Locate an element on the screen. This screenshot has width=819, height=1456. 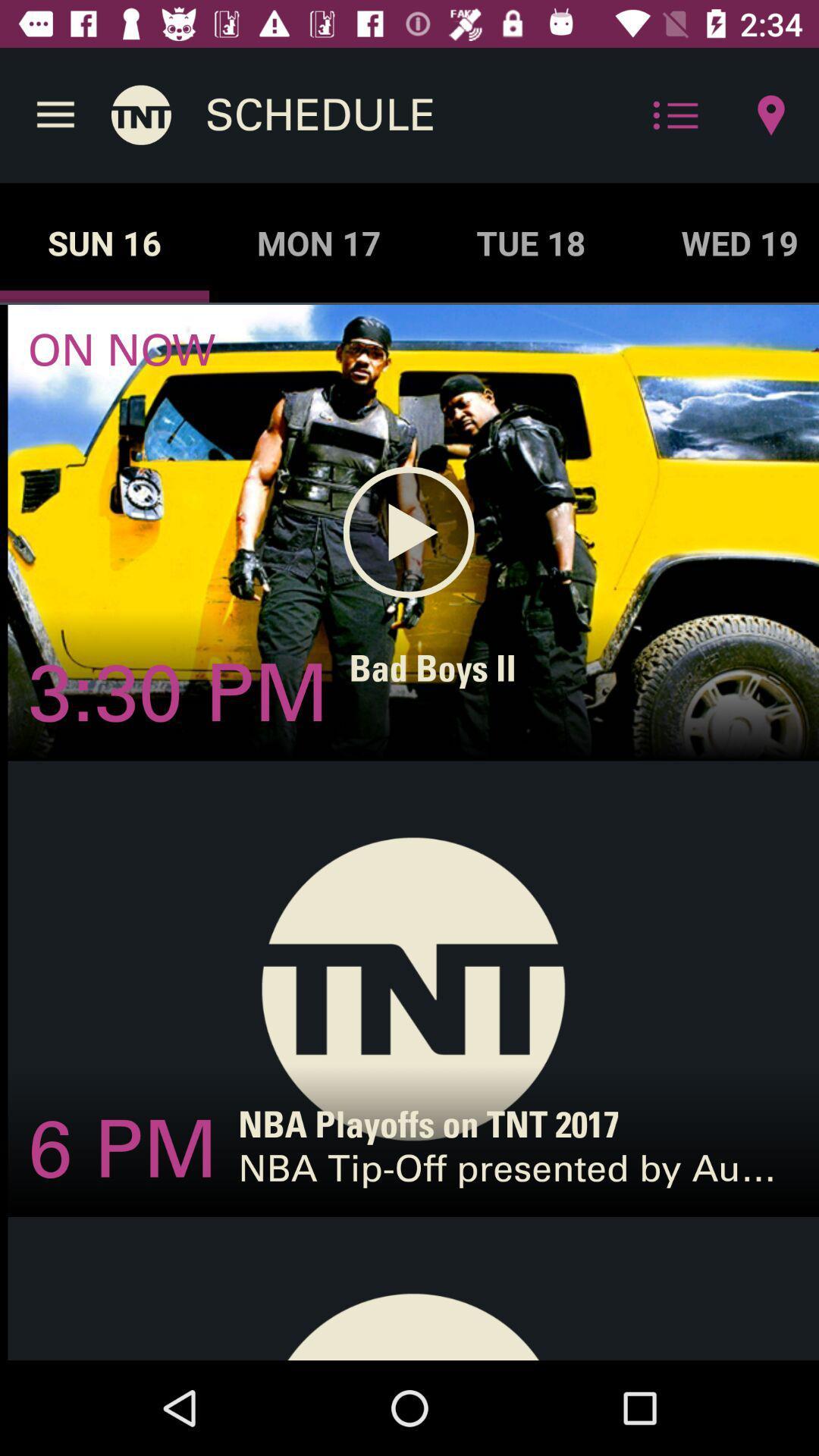
the icon above the tue 18 icon is located at coordinates (675, 115).